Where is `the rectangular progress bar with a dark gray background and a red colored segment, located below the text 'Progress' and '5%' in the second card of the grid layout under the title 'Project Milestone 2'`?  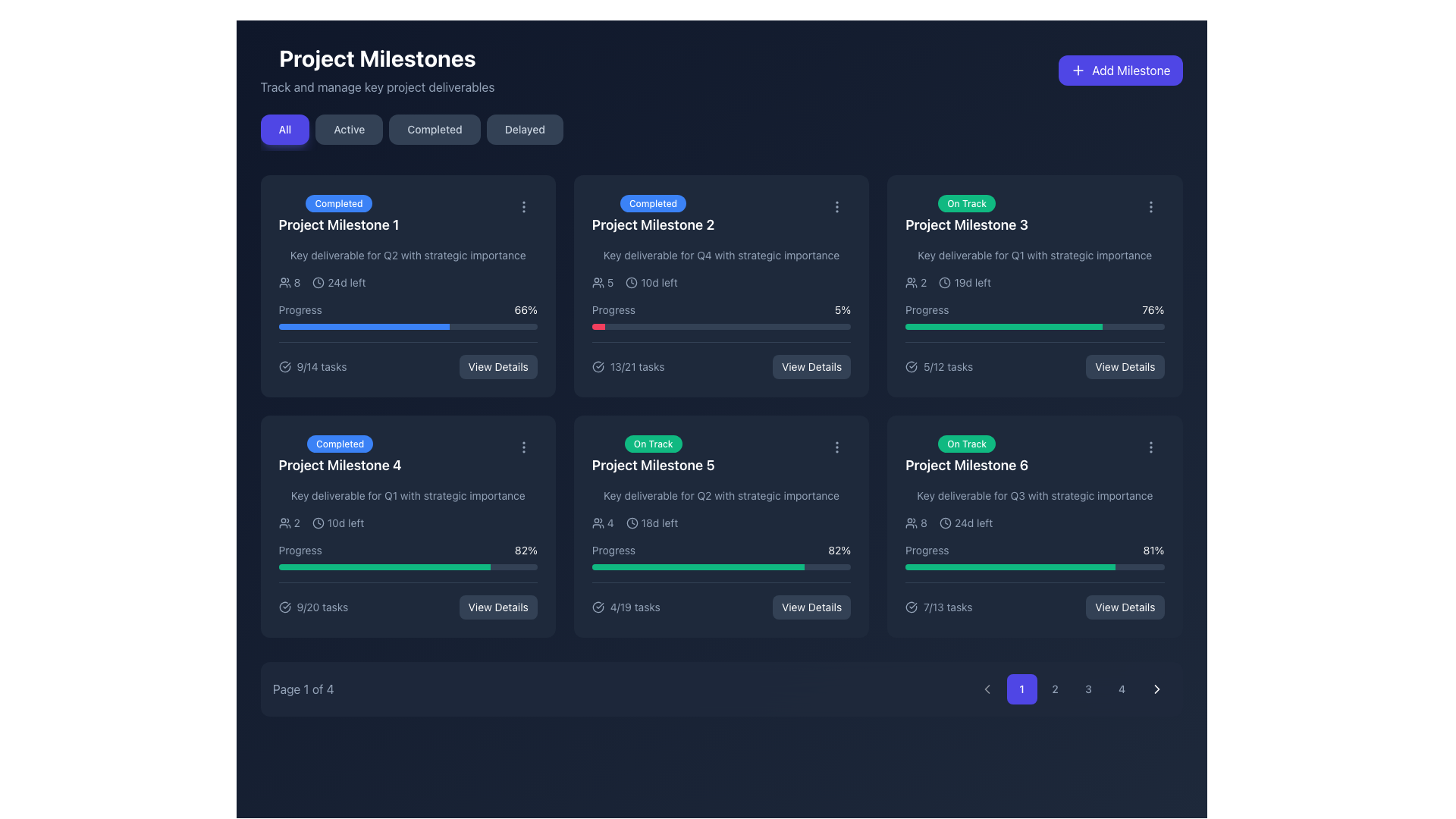 the rectangular progress bar with a dark gray background and a red colored segment, located below the text 'Progress' and '5%' in the second card of the grid layout under the title 'Project Milestone 2' is located at coordinates (720, 326).